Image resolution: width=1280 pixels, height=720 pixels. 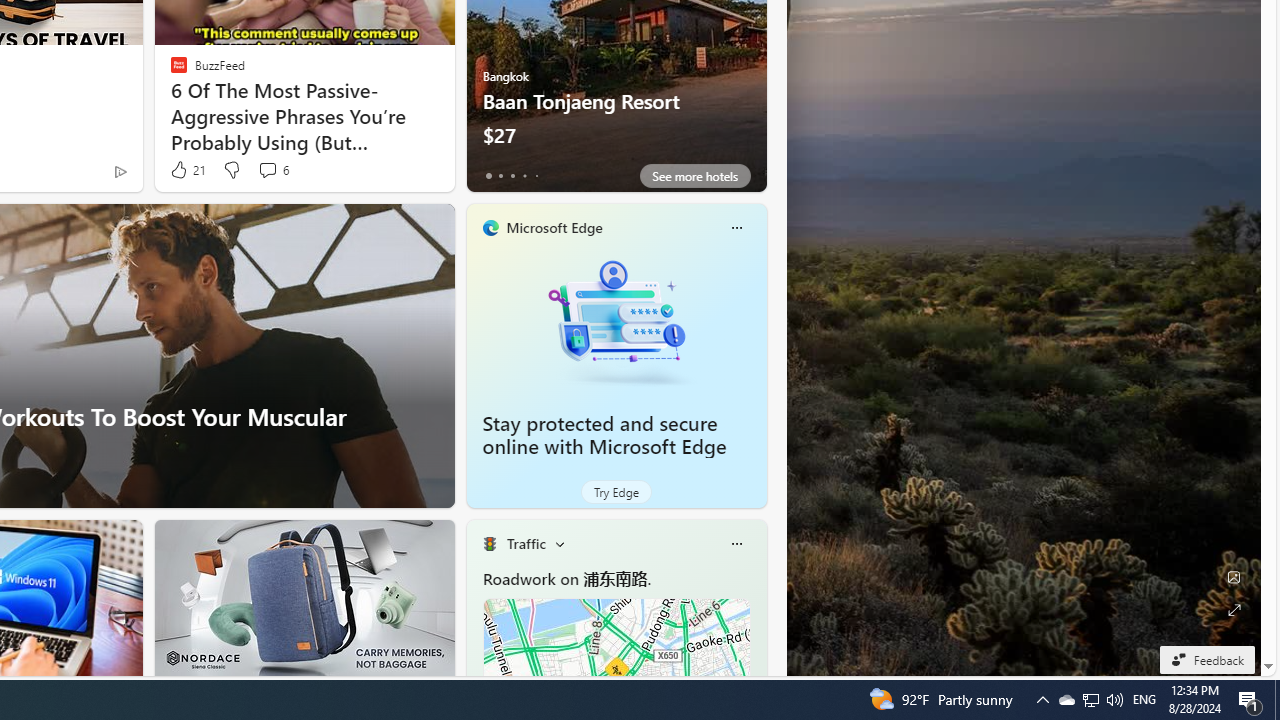 What do you see at coordinates (735, 543) in the screenshot?
I see `'Class: icon-img'` at bounding box center [735, 543].